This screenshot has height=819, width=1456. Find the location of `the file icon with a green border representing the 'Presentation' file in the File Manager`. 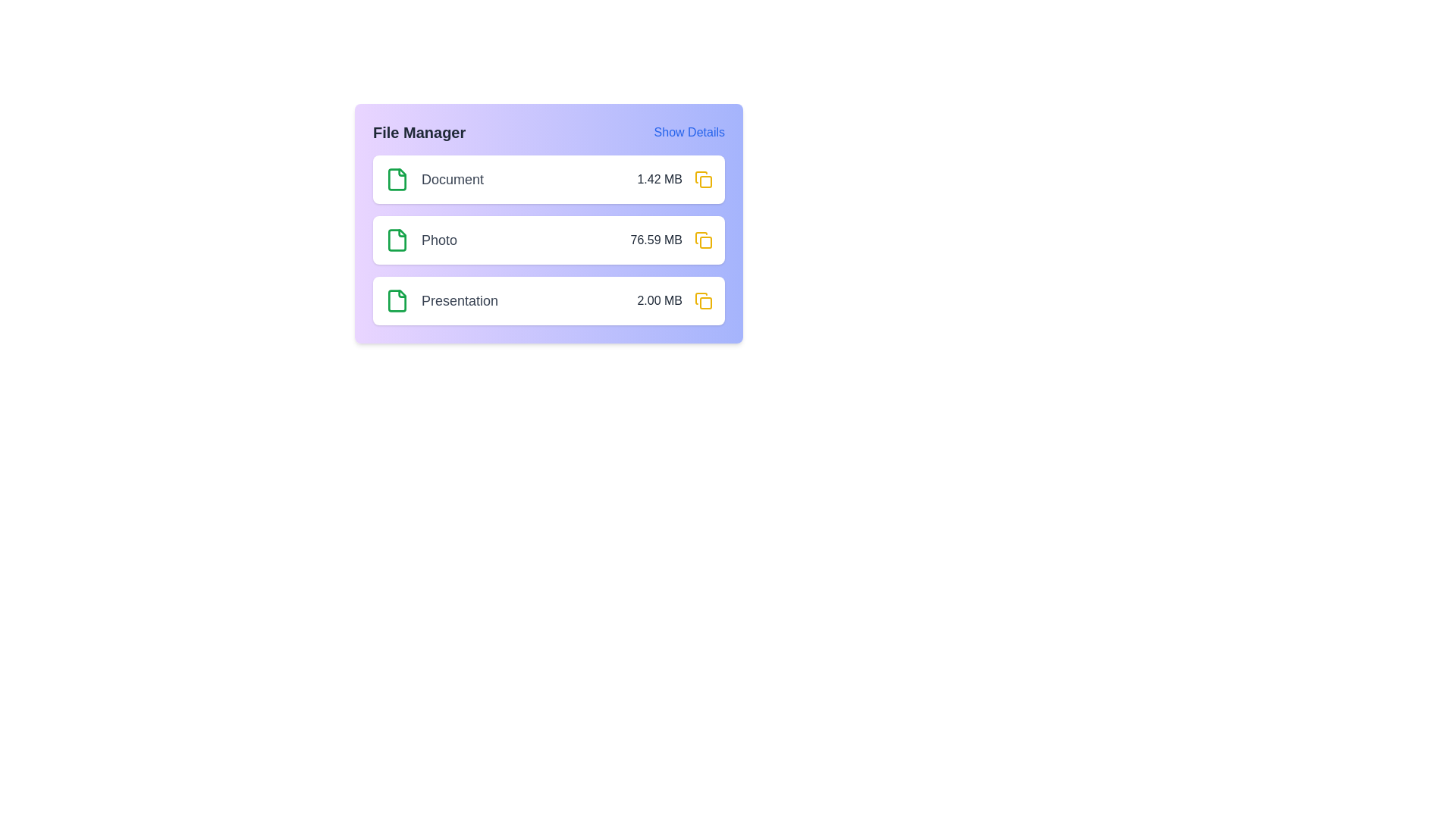

the file icon with a green border representing the 'Presentation' file in the File Manager is located at coordinates (397, 301).